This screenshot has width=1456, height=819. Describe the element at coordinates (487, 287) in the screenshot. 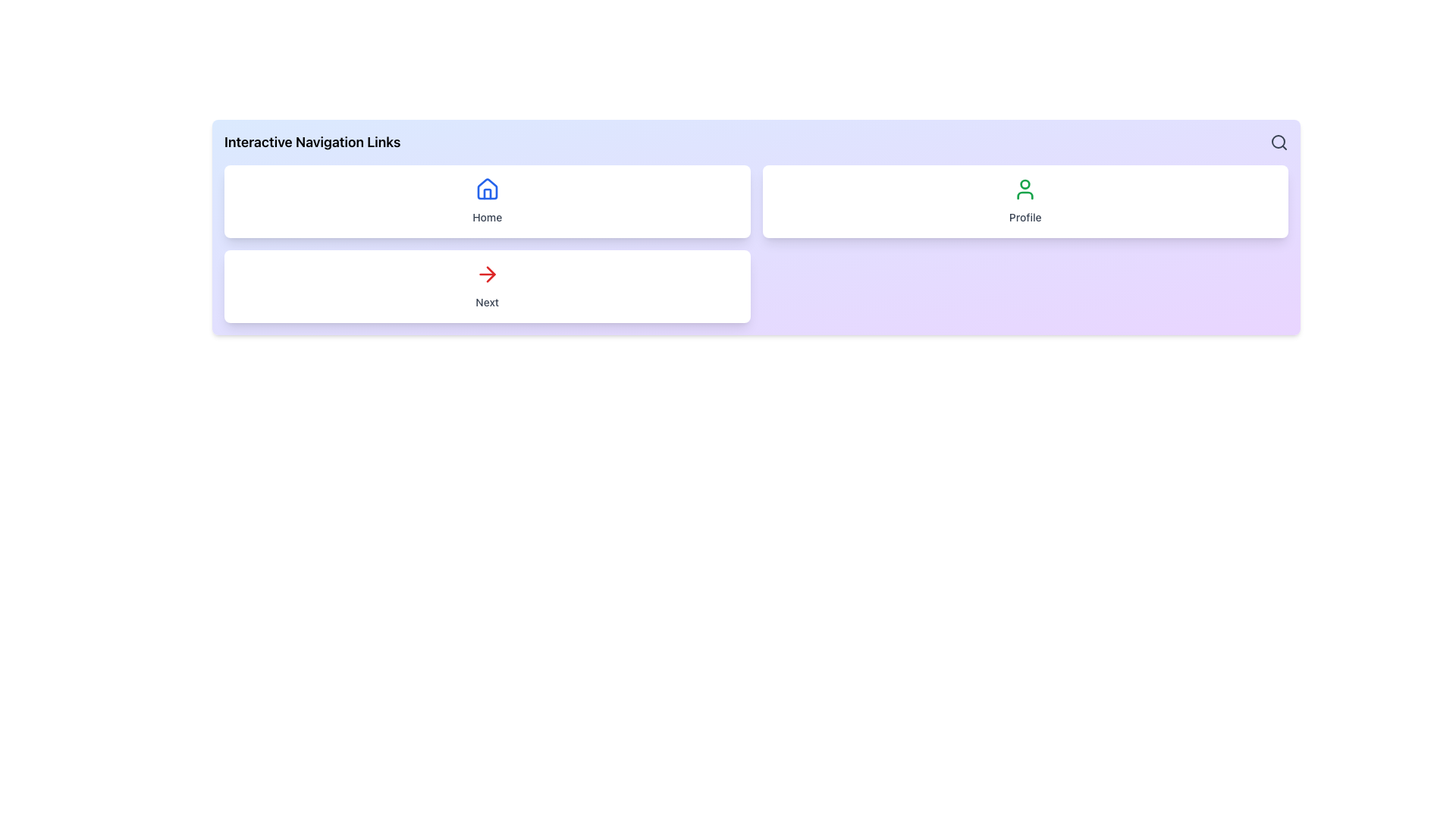

I see `the 'Next' navigation button located in the bottom-left corner of the grid layout, which is below the 'Home' section` at that location.